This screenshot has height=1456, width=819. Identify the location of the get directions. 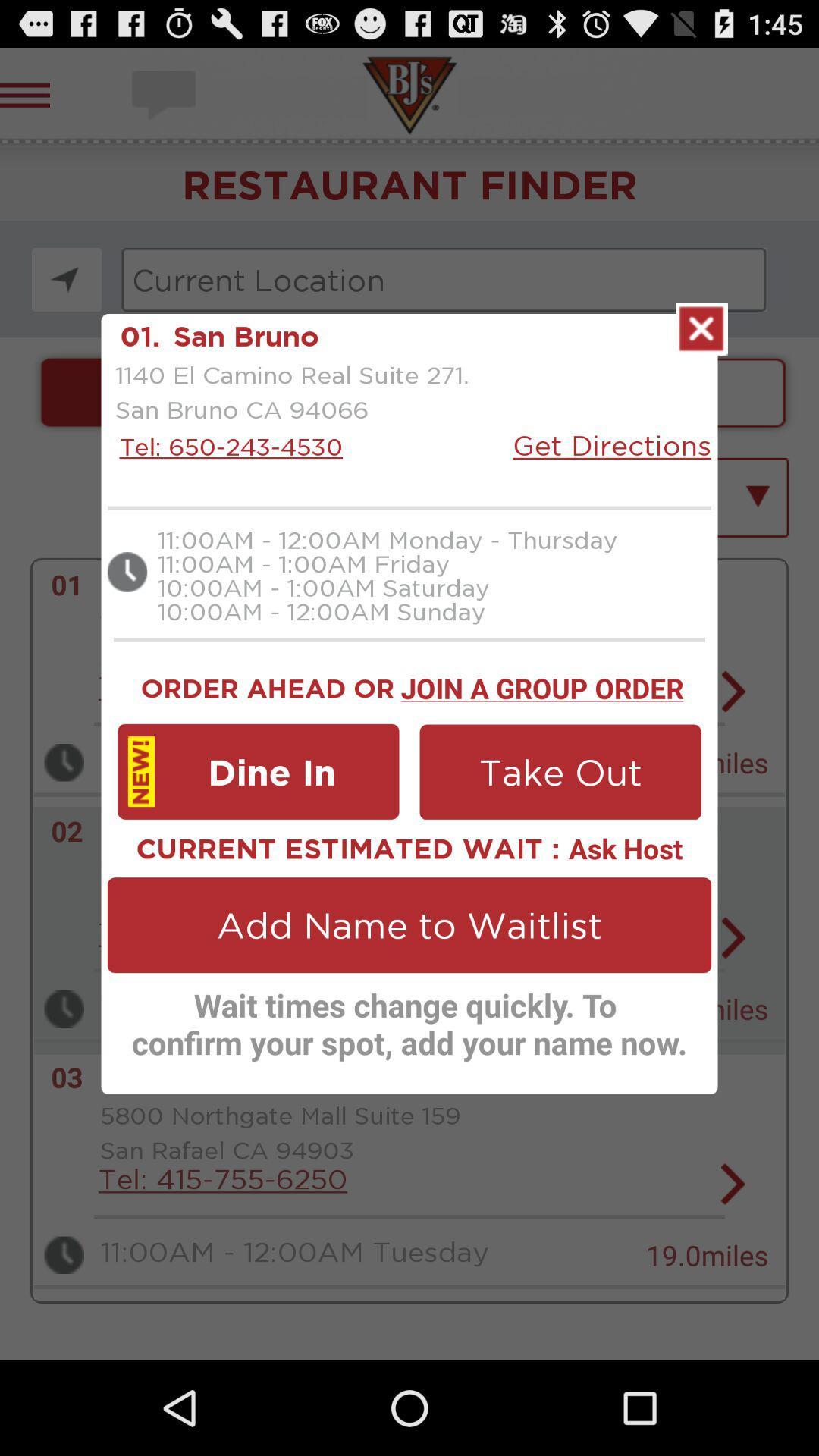
(611, 444).